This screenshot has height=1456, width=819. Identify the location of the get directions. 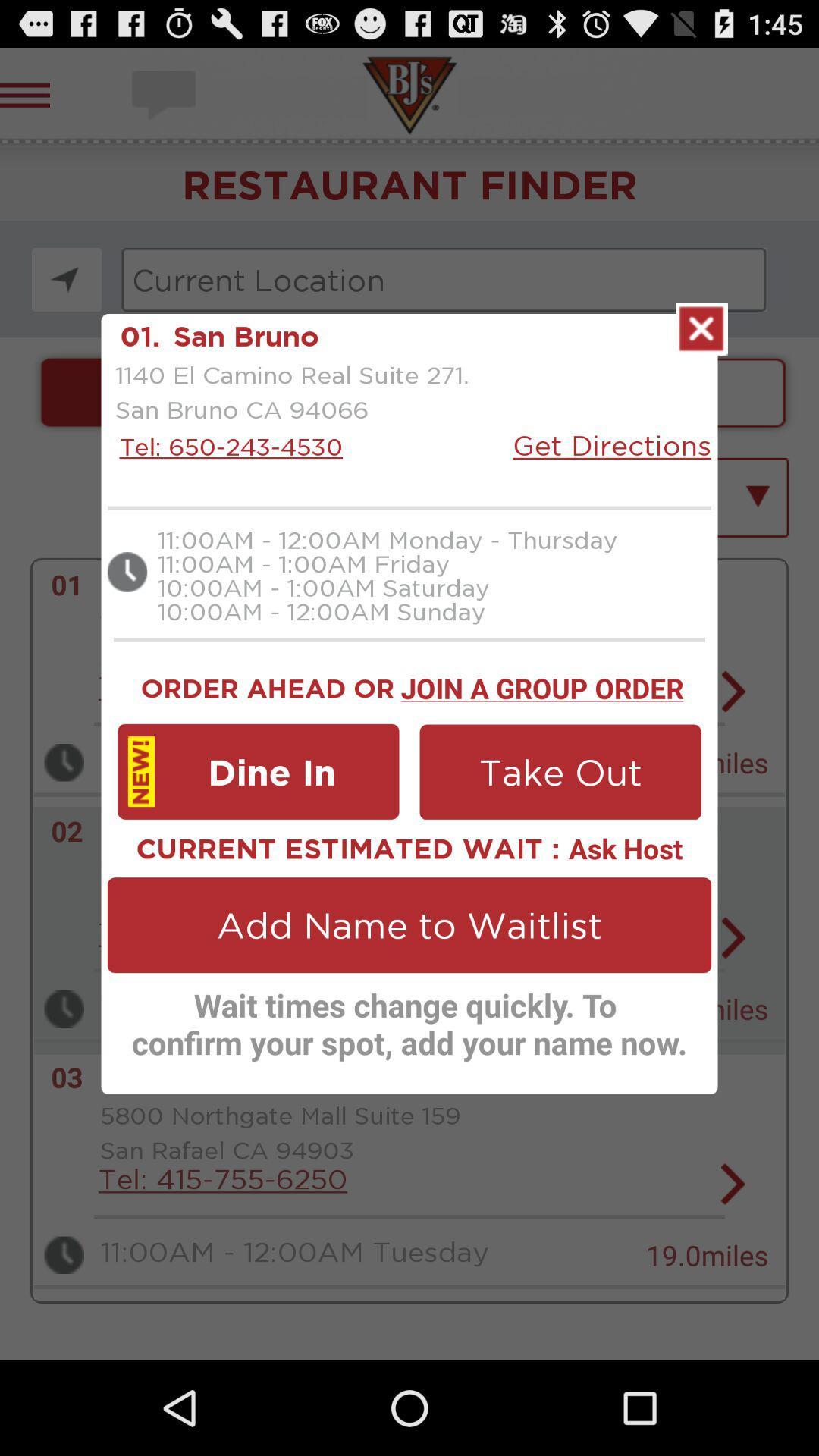
(611, 444).